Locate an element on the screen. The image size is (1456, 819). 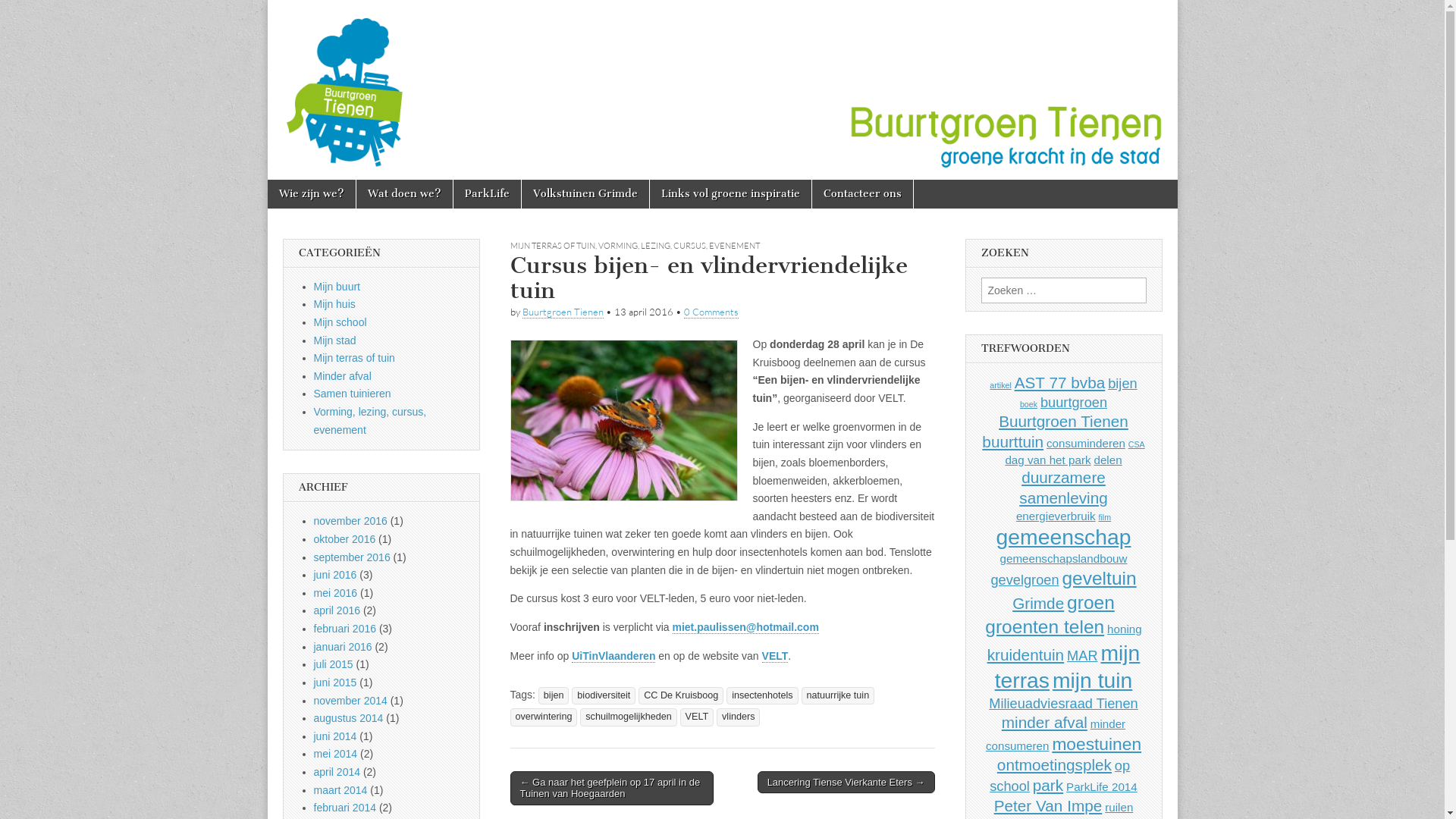
'Vorming, lezing, cursus, evenement' is located at coordinates (370, 421).